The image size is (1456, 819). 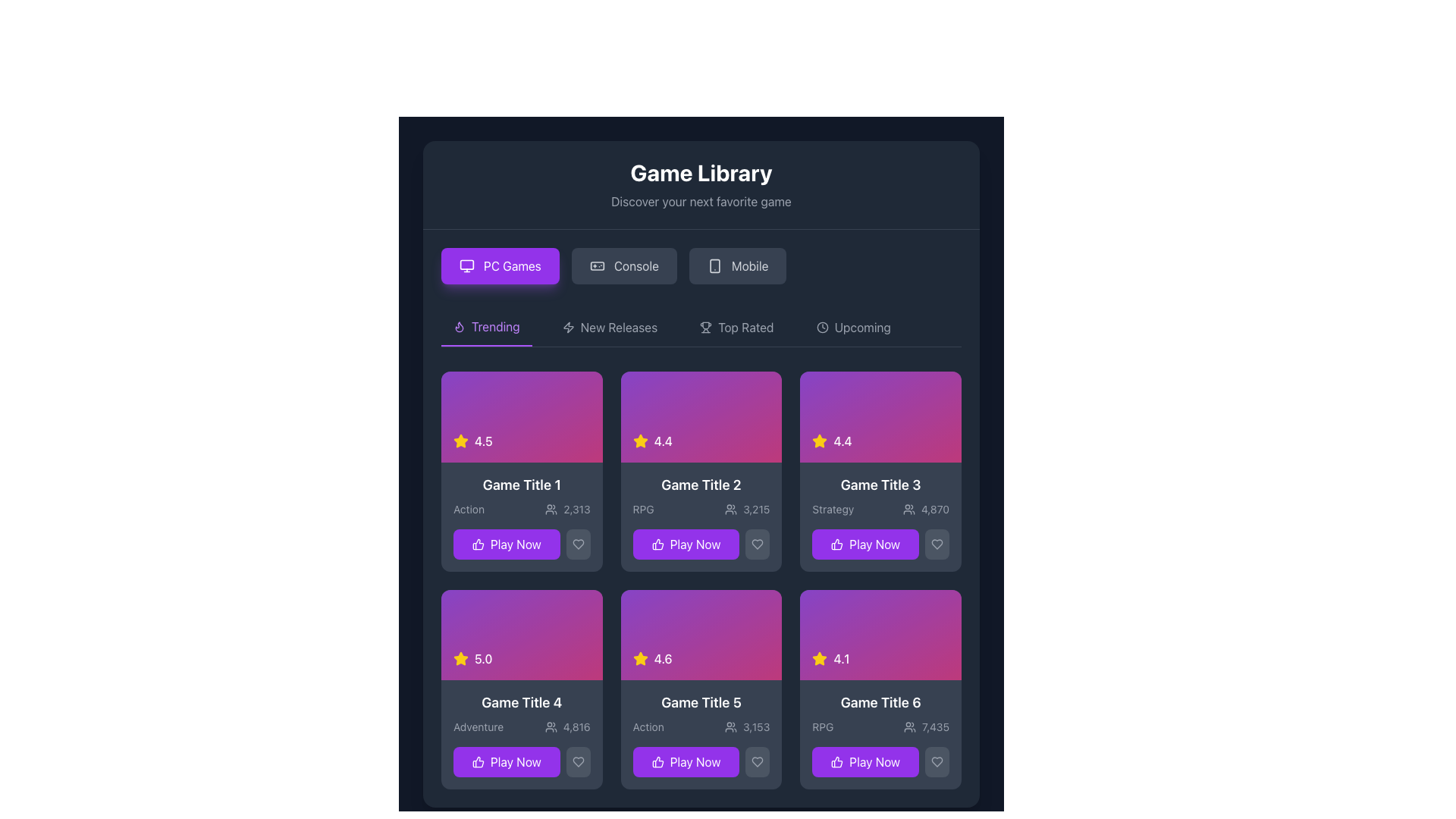 What do you see at coordinates (836, 762) in the screenshot?
I see `the 'Play Now' button containing the thumbs up icon located at the bottom right corner of the game card for 'Game Title 6'` at bounding box center [836, 762].